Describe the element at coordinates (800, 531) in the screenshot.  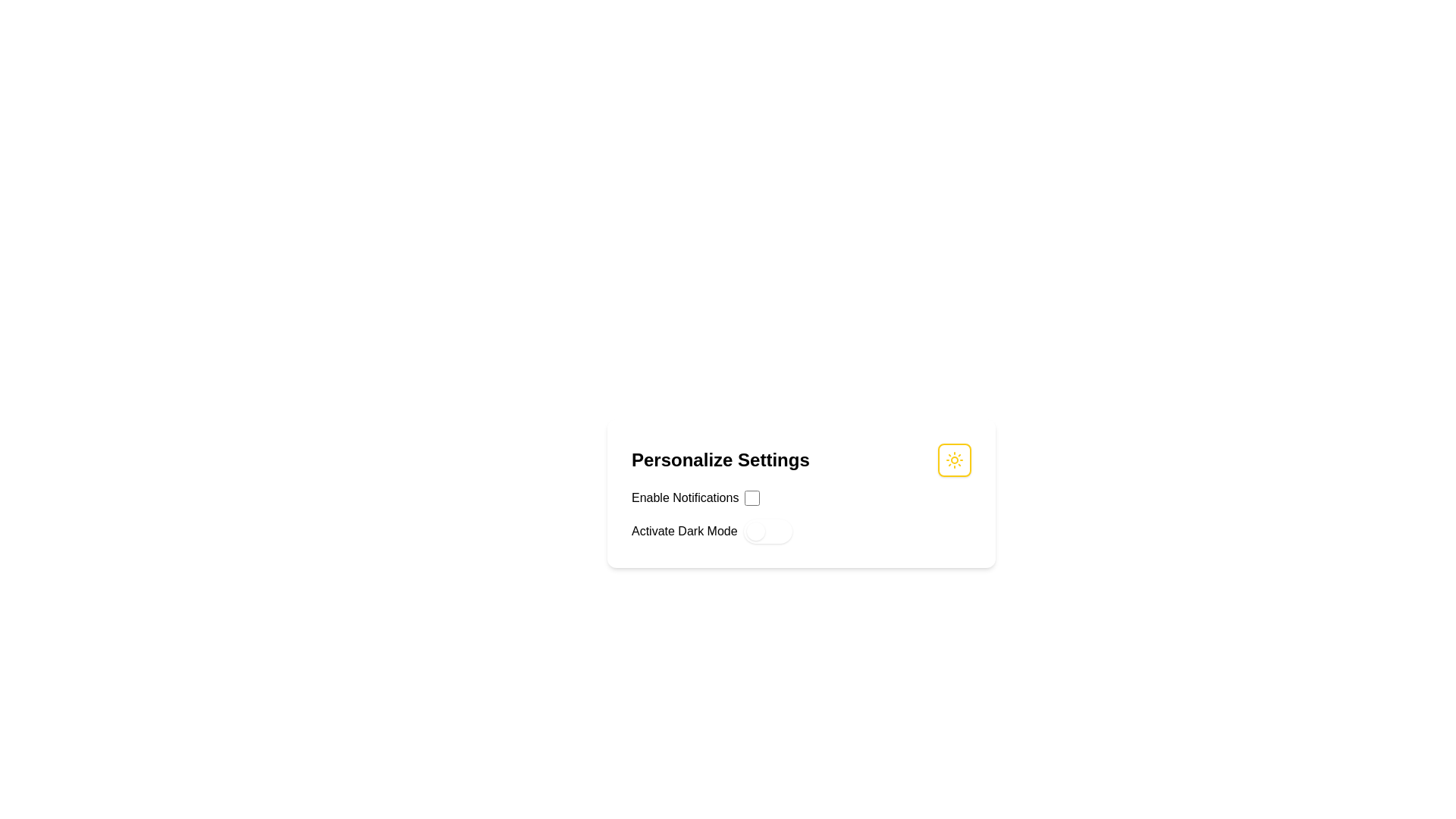
I see `the toggle switch for enabling or disabling dark mode, which is the second entry under 'Personalize Settings'` at that location.